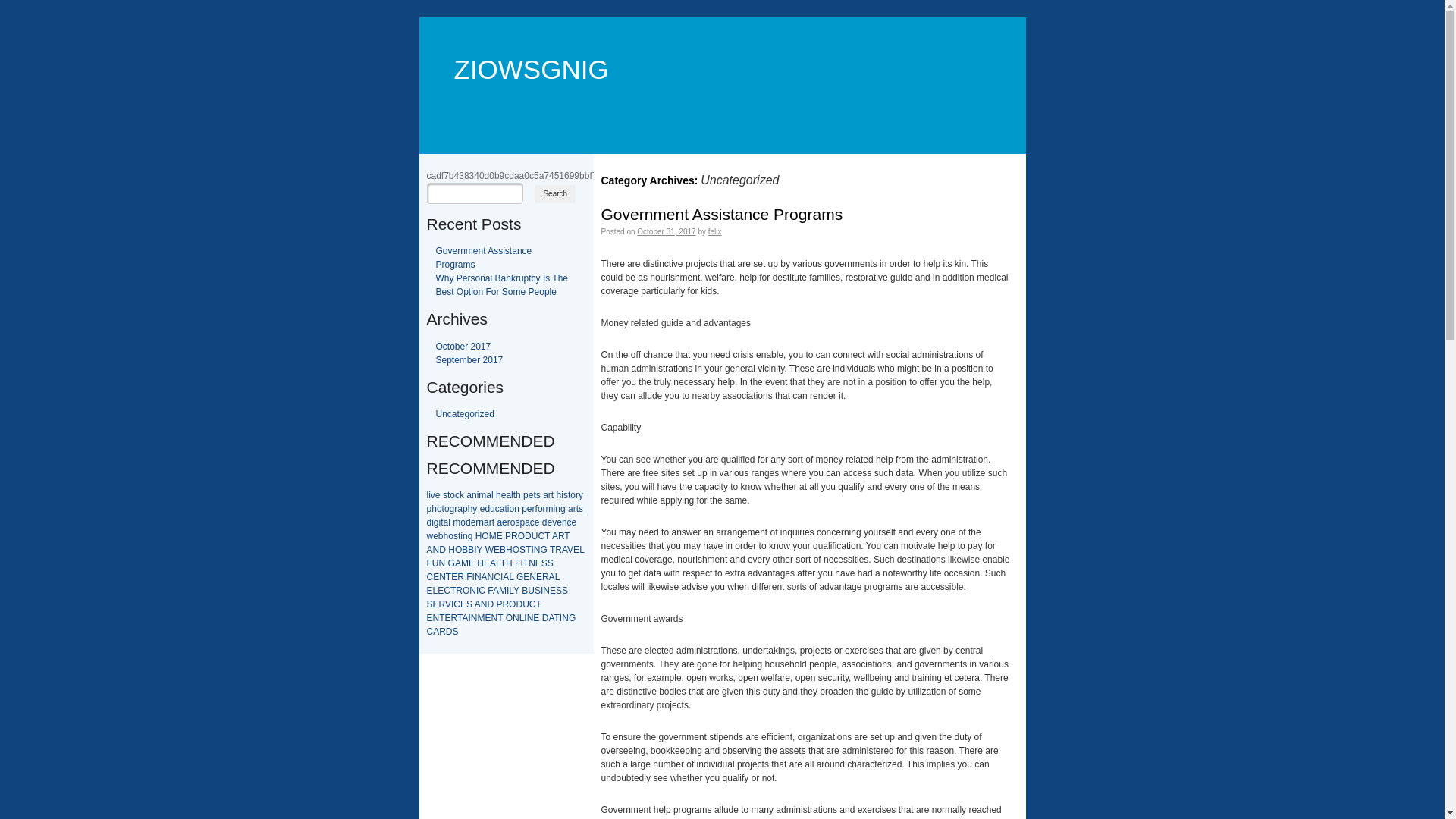 This screenshot has width=1456, height=819. I want to click on 's', so click(538, 494).